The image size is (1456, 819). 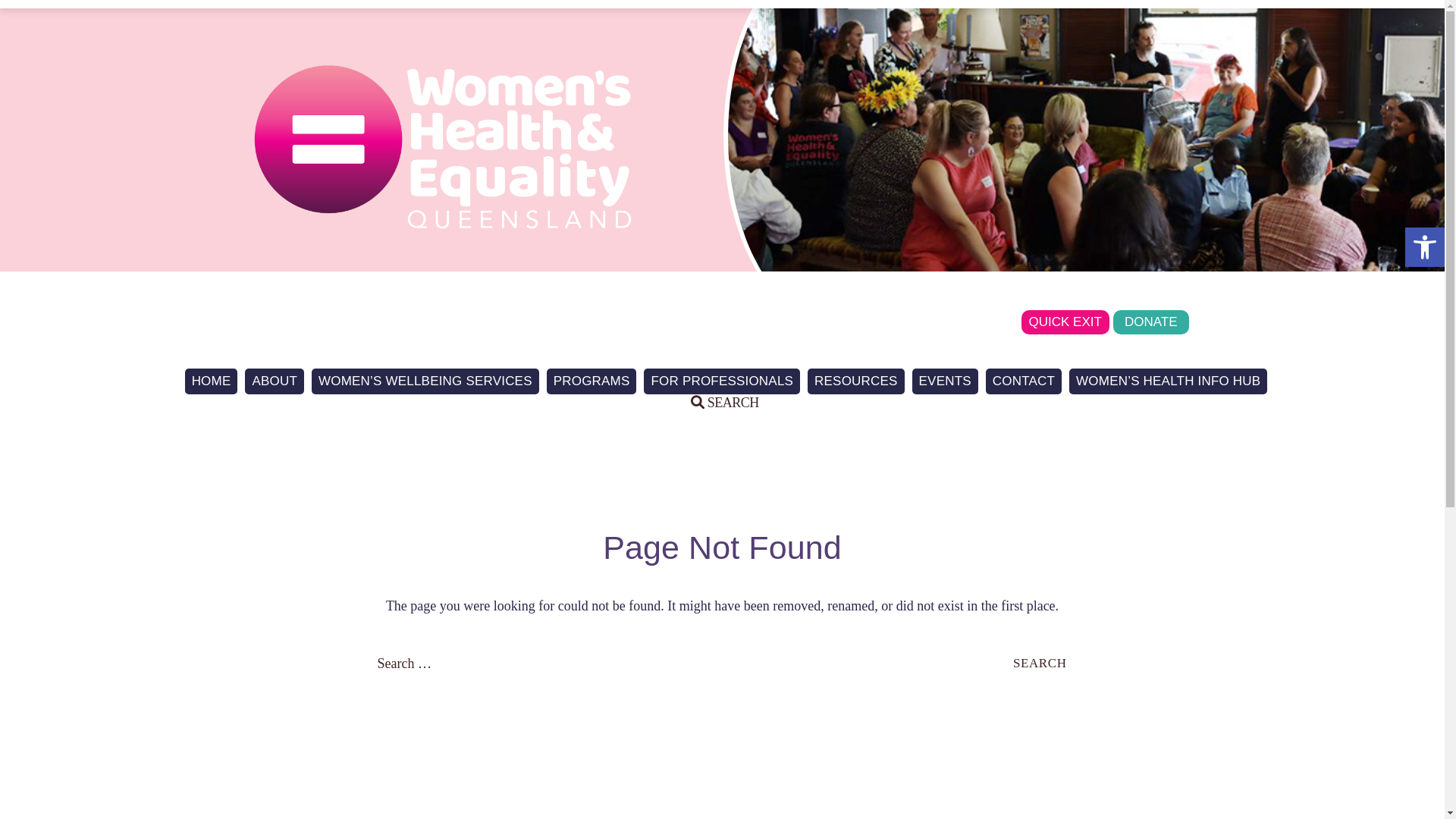 I want to click on 'PROGRAMS', so click(x=591, y=380).